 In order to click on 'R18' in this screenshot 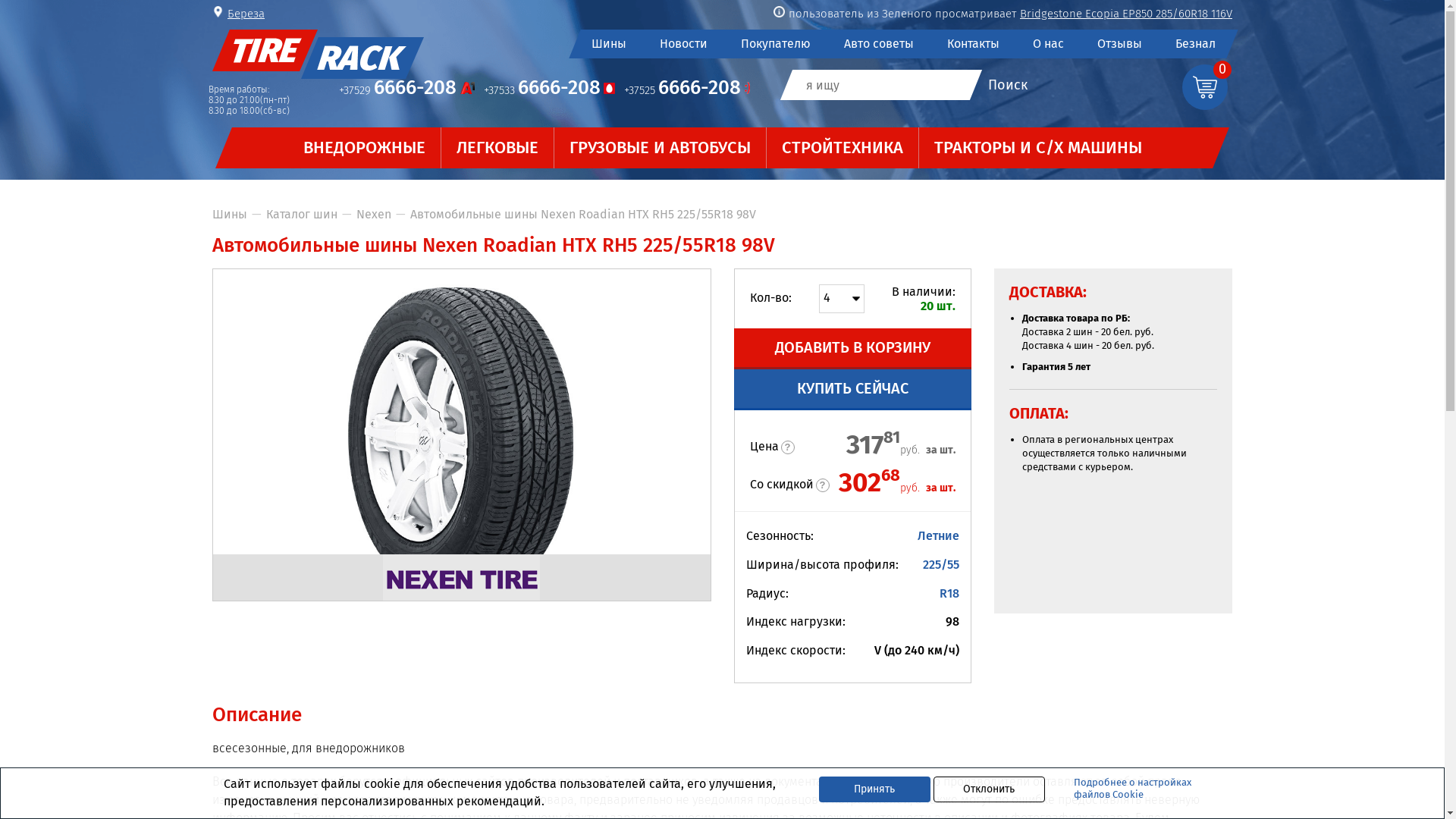, I will do `click(949, 592)`.